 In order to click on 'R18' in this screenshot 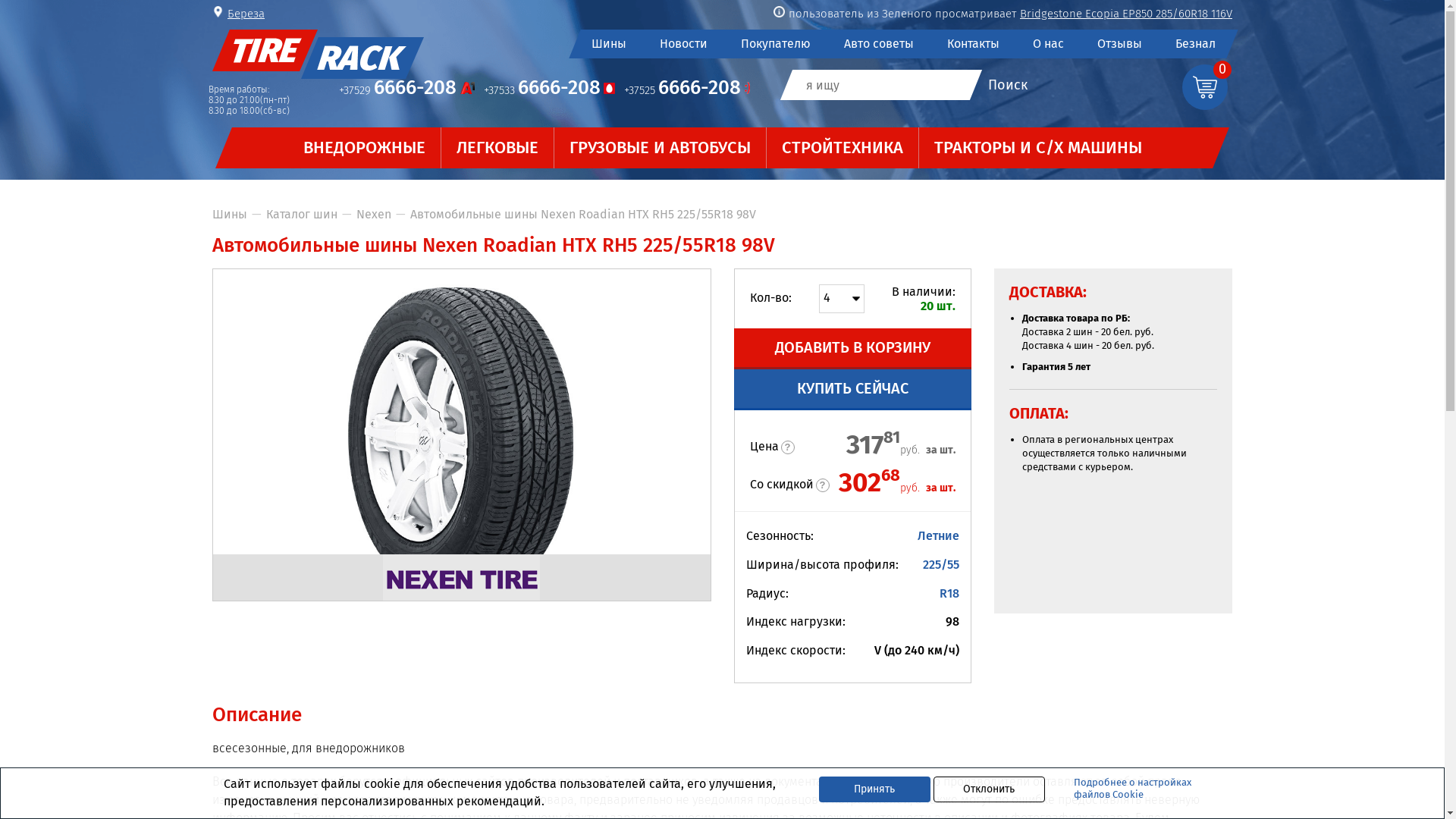, I will do `click(949, 592)`.